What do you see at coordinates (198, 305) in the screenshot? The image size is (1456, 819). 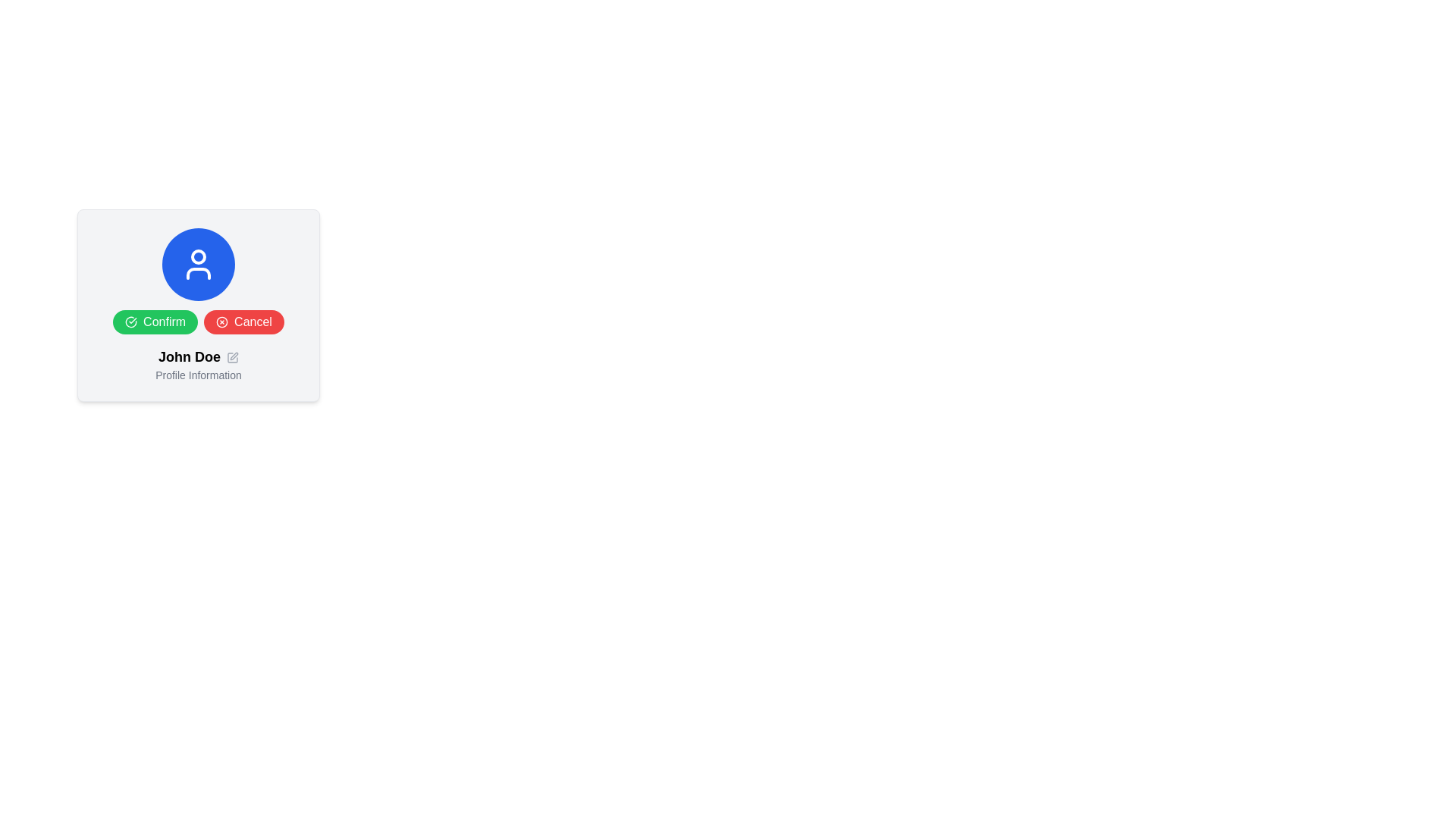 I see `the Confirm button located in the Interactive user profile panel, which features a green button labeled 'Confirm' below a blue circular user icon` at bounding box center [198, 305].